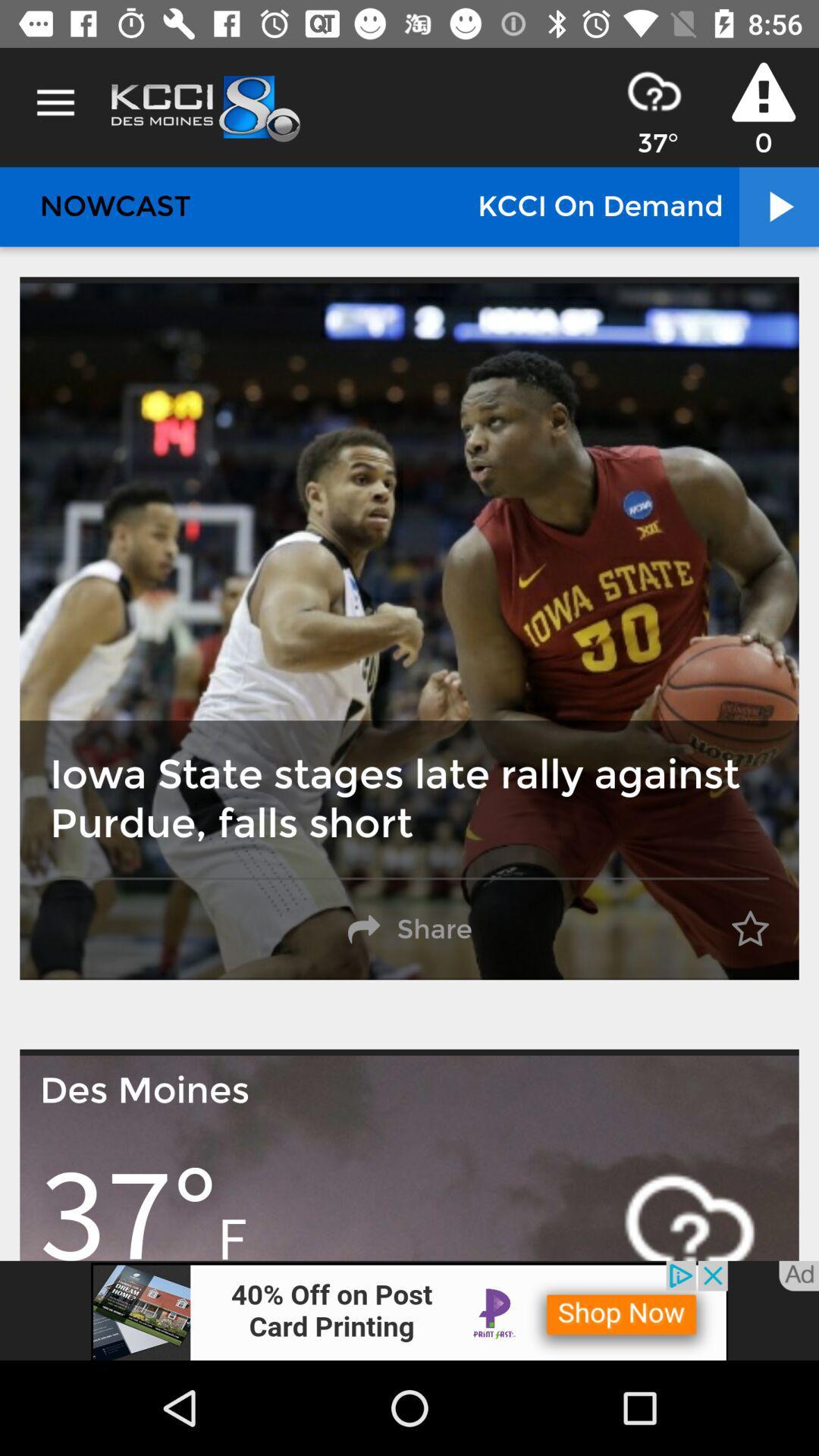 The image size is (819, 1456). What do you see at coordinates (409, 1310) in the screenshot?
I see `advertisement` at bounding box center [409, 1310].